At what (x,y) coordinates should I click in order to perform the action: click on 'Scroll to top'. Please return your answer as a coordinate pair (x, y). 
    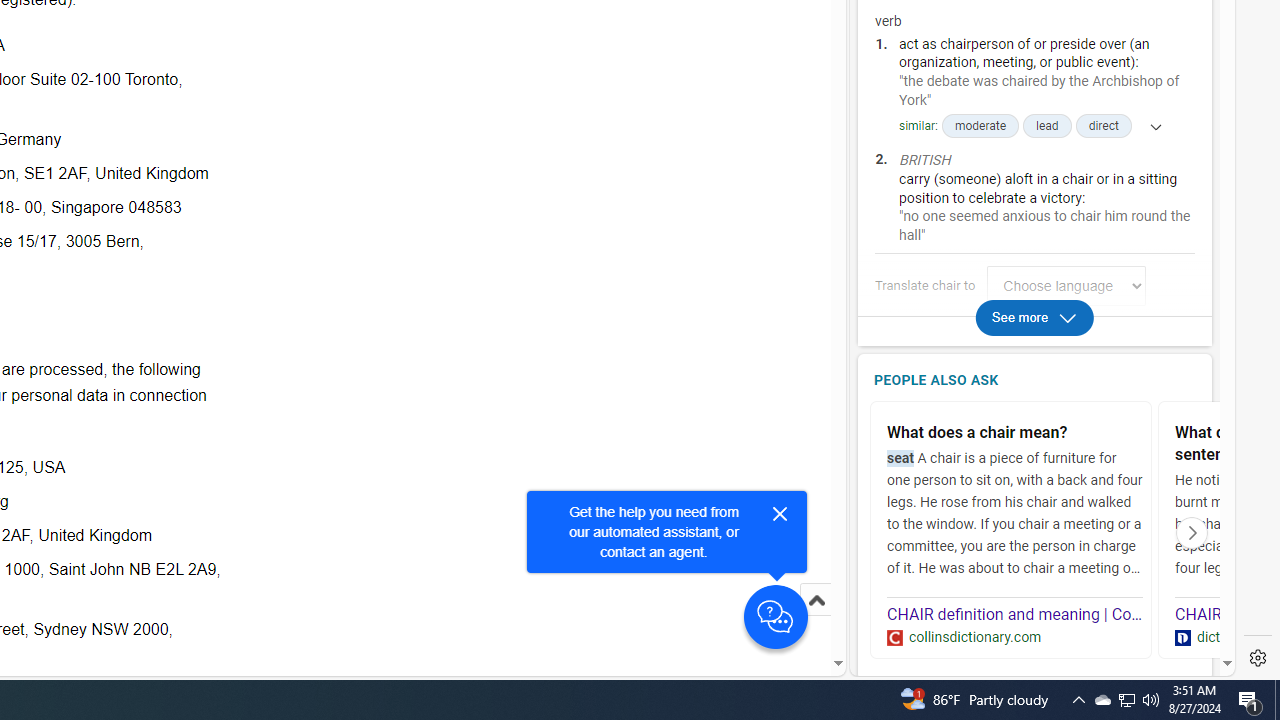
    Looking at the image, I should click on (816, 620).